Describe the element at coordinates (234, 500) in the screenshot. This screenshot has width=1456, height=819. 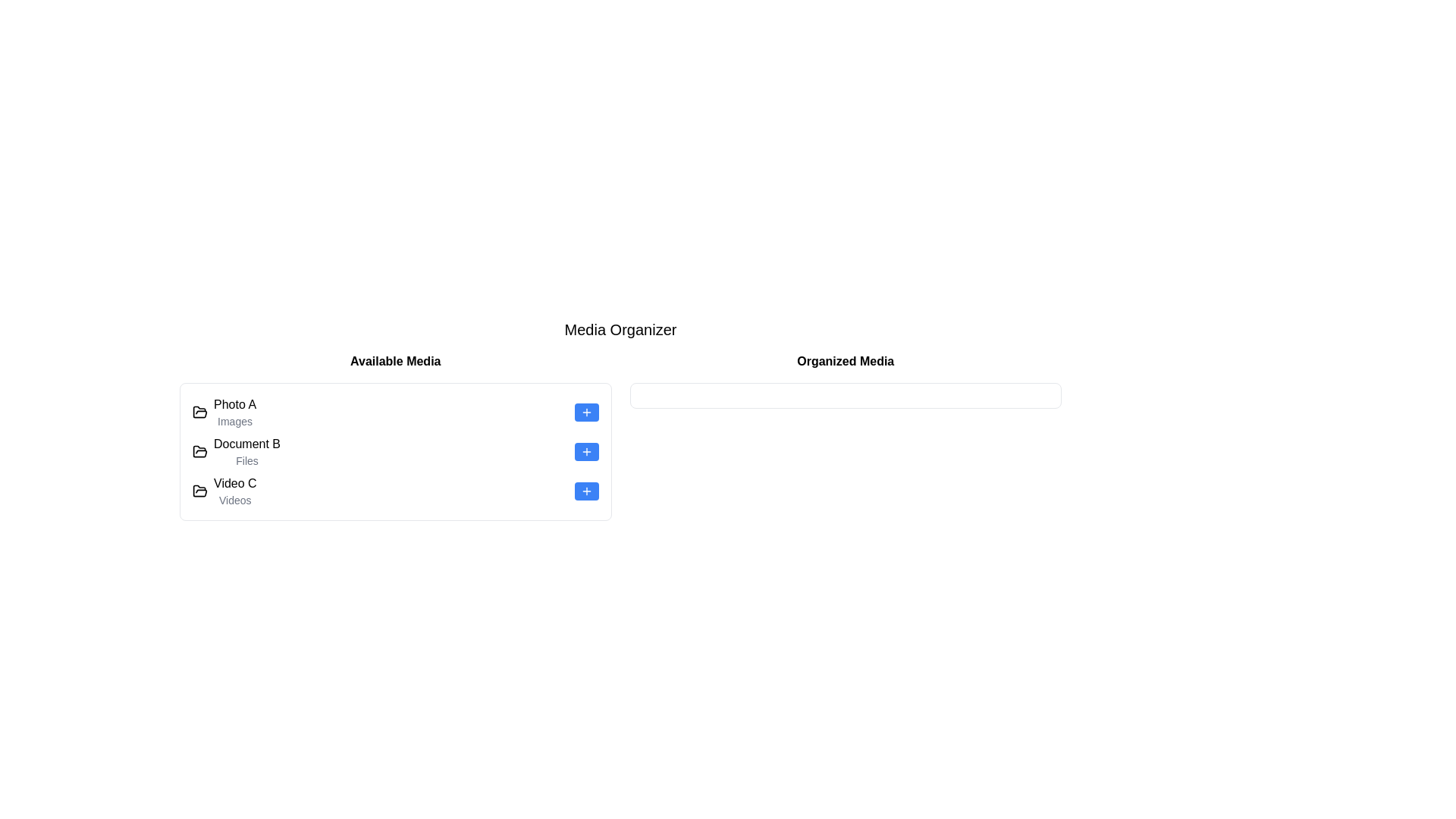
I see `the text label 'Videos' which is styled with a smaller font size and lighter gray color, located below the 'Video C' label in the submenu for the 'Video C' category` at that location.